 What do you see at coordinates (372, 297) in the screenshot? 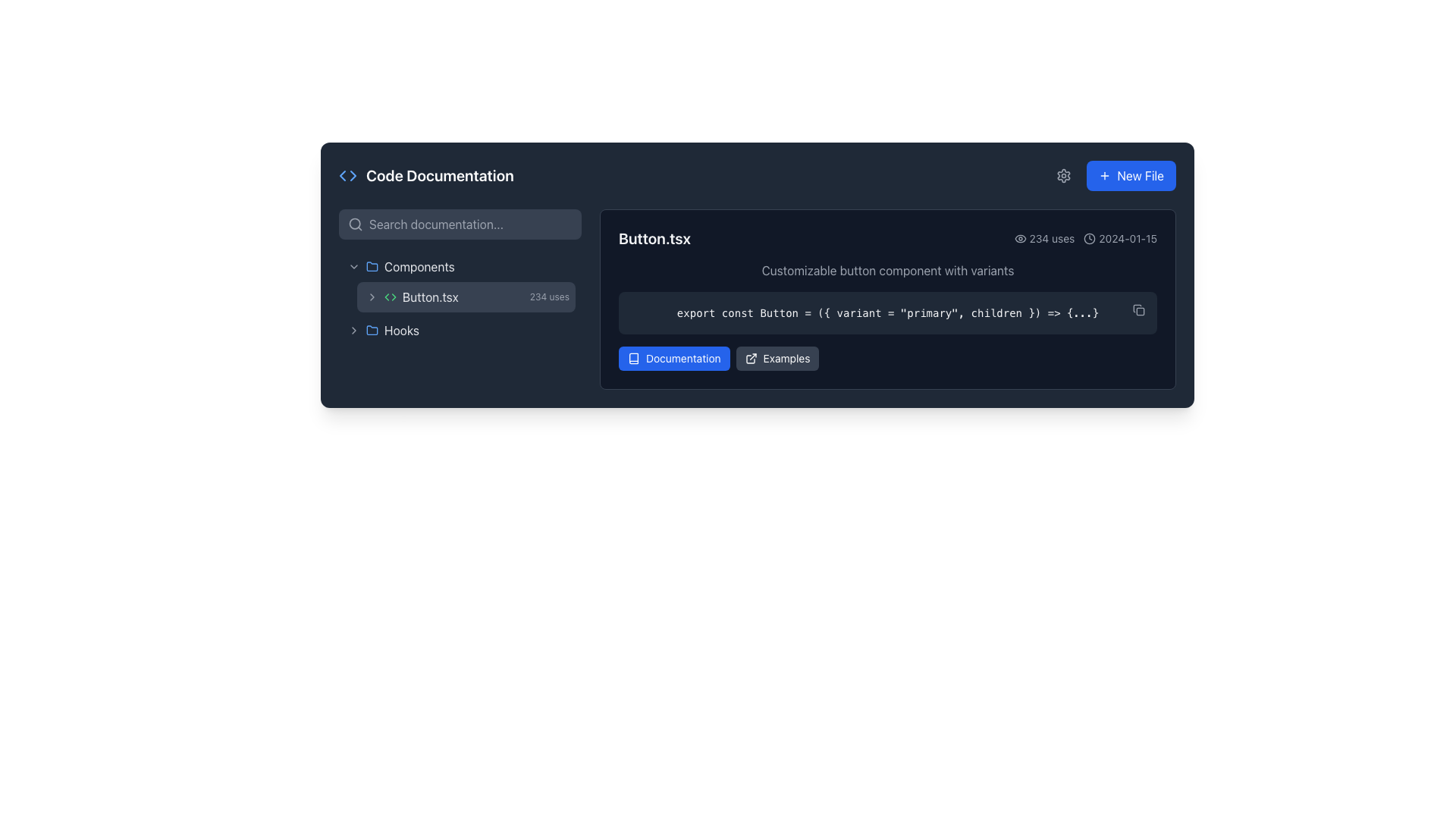
I see `the small, right-facing arrow button located in the sidebar under the 'Components' label, positioned before the 'Button.tsx' text to trigger the background color change` at bounding box center [372, 297].